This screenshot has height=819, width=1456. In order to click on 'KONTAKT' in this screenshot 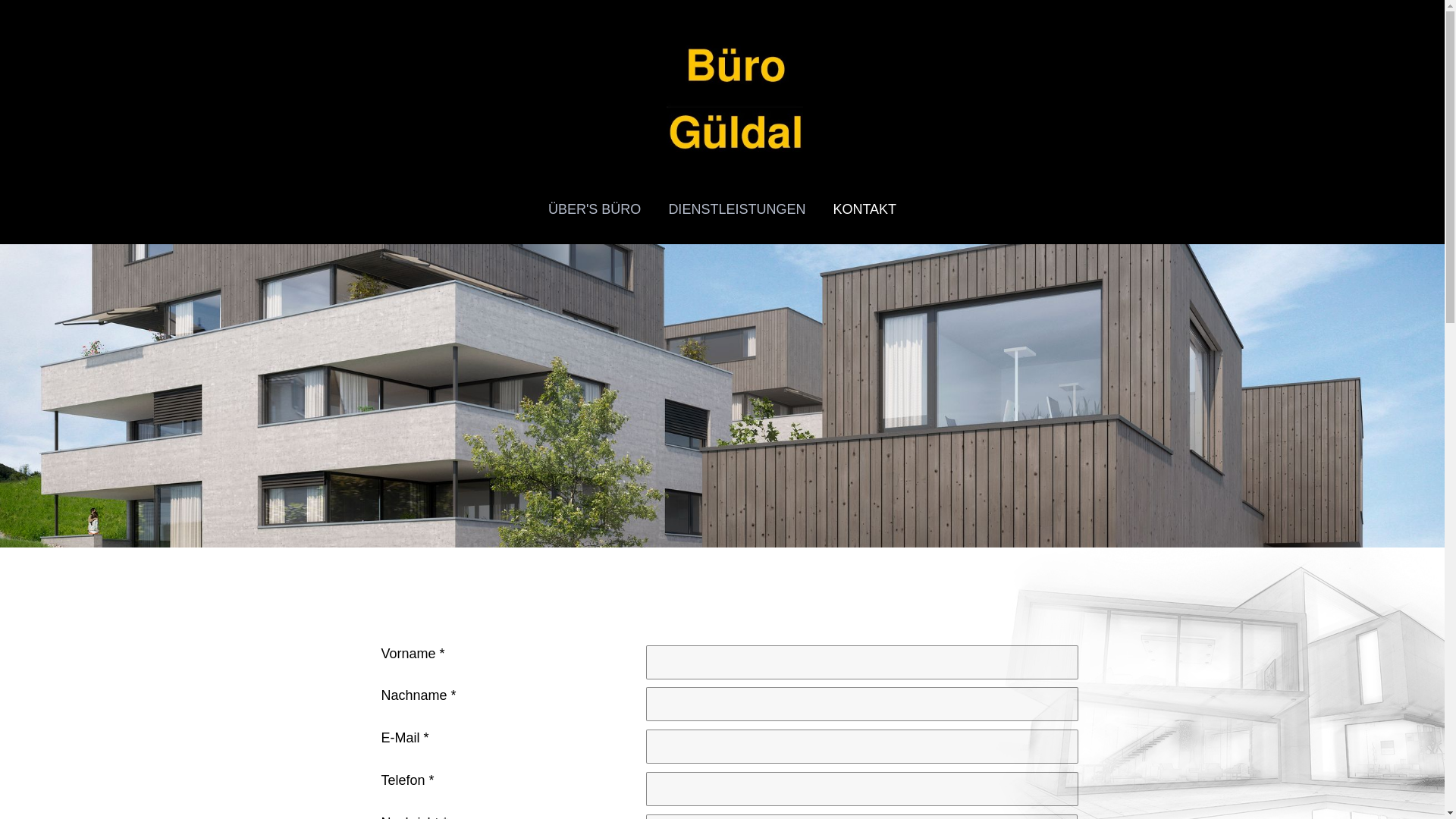, I will do `click(818, 209)`.